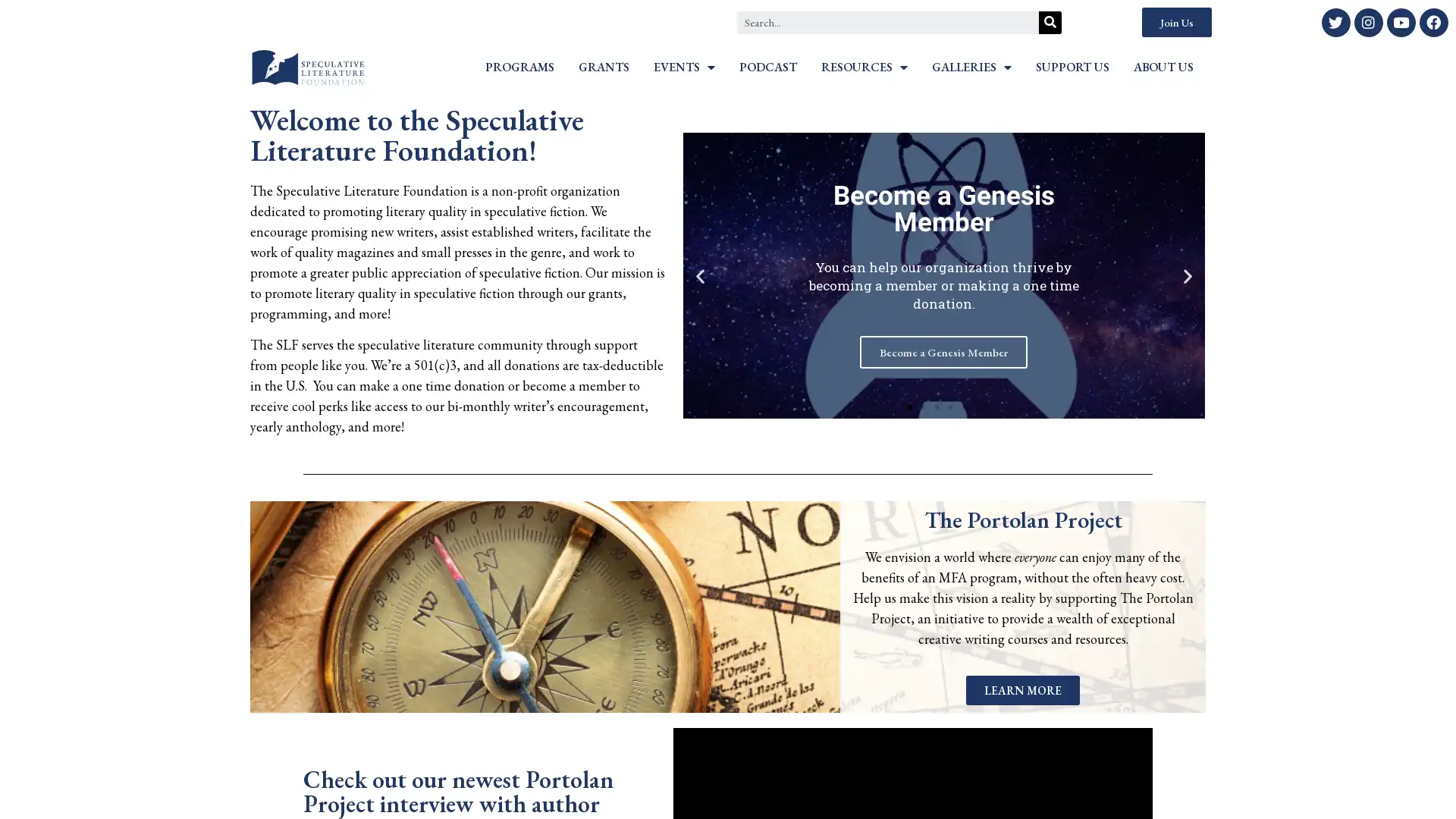 The image size is (1456, 819). What do you see at coordinates (1187, 275) in the screenshot?
I see `Next slide` at bounding box center [1187, 275].